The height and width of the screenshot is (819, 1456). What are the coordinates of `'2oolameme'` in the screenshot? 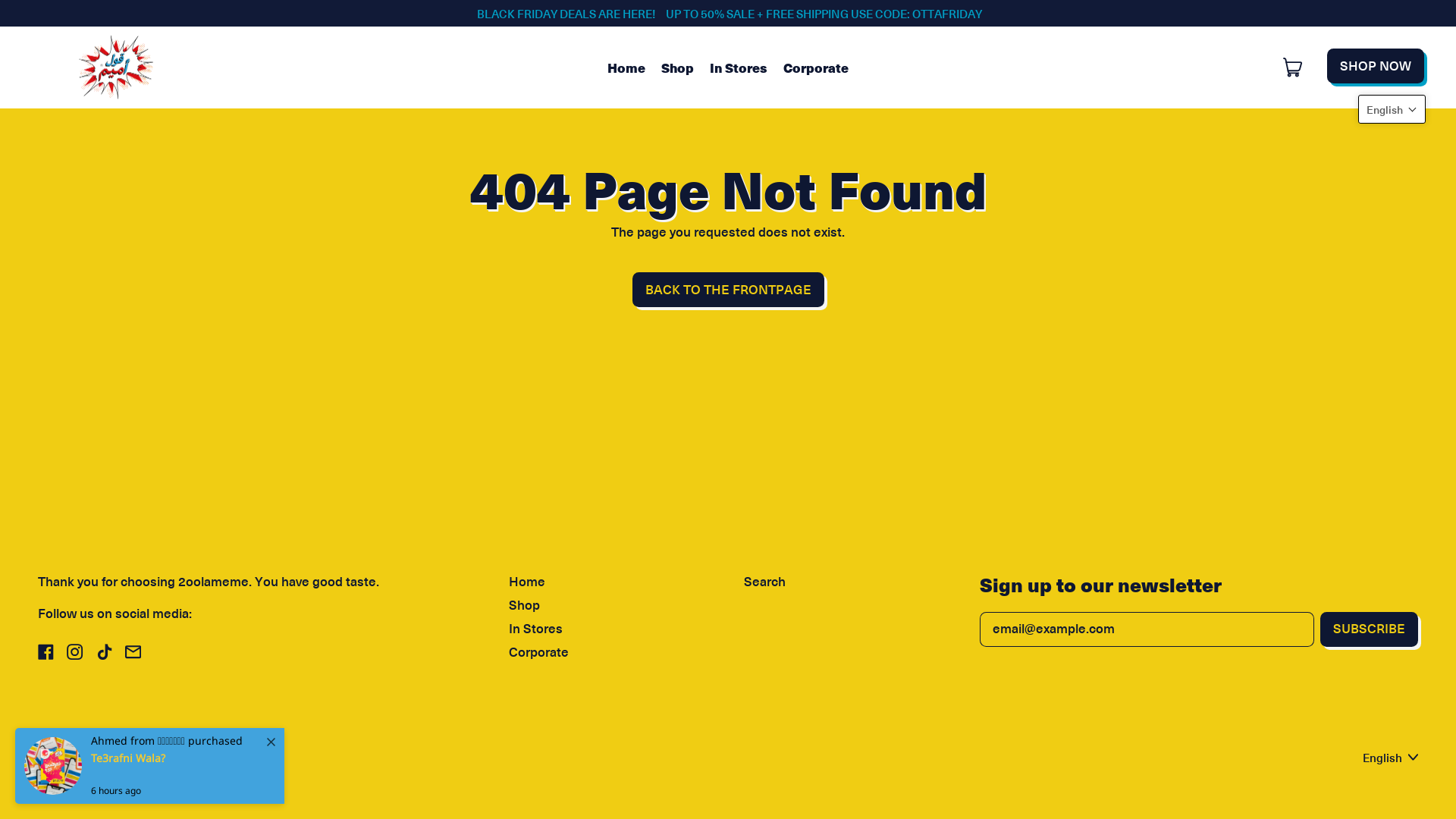 It's located at (81, 753).